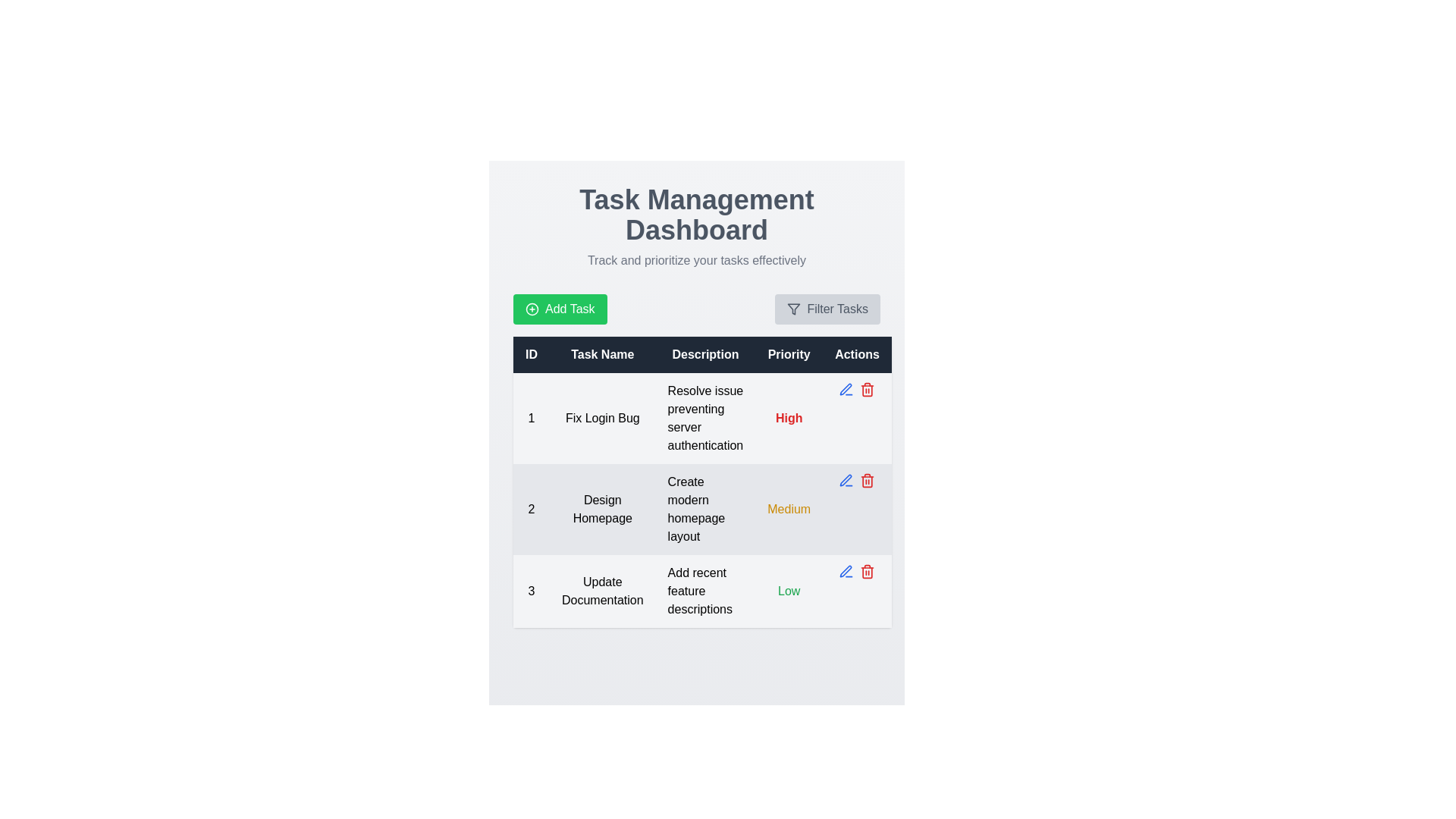 This screenshot has height=819, width=1456. What do you see at coordinates (701, 482) in the screenshot?
I see `text within the task details table located below the 'Task Management Dashboard' header` at bounding box center [701, 482].